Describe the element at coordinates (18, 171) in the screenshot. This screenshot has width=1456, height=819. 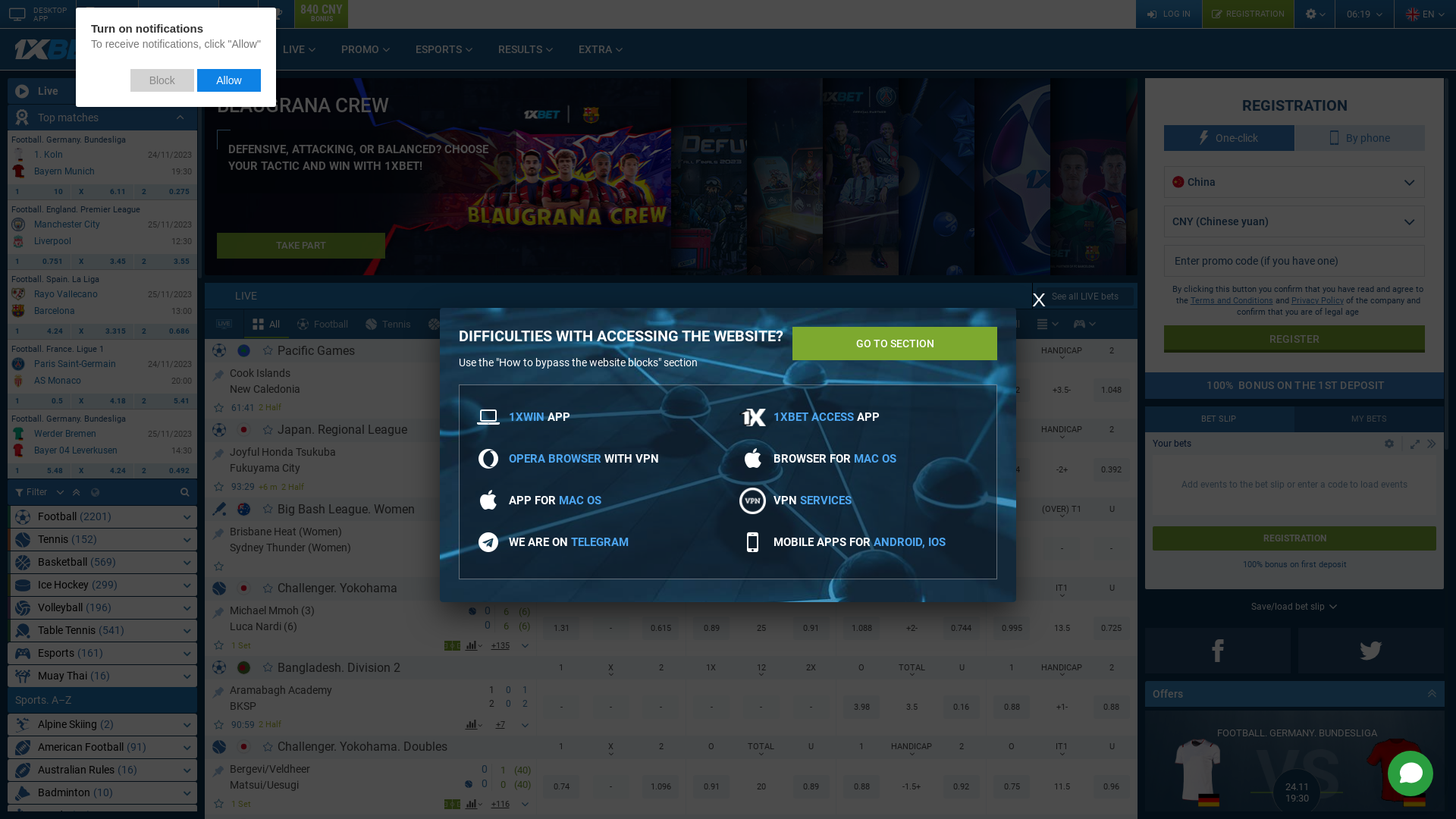
I see `'Bayern Munich. Munich'` at that location.